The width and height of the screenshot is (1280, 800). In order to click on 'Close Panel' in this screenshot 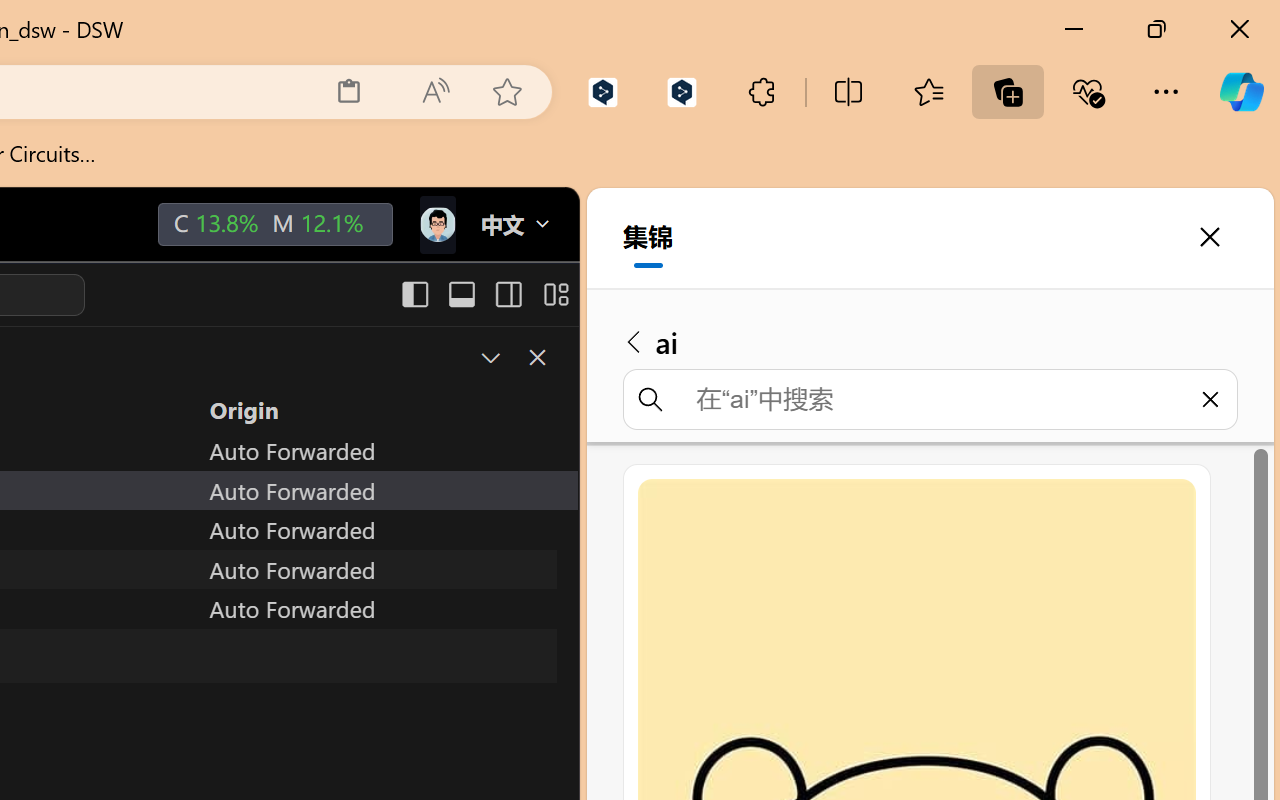, I will do `click(536, 357)`.